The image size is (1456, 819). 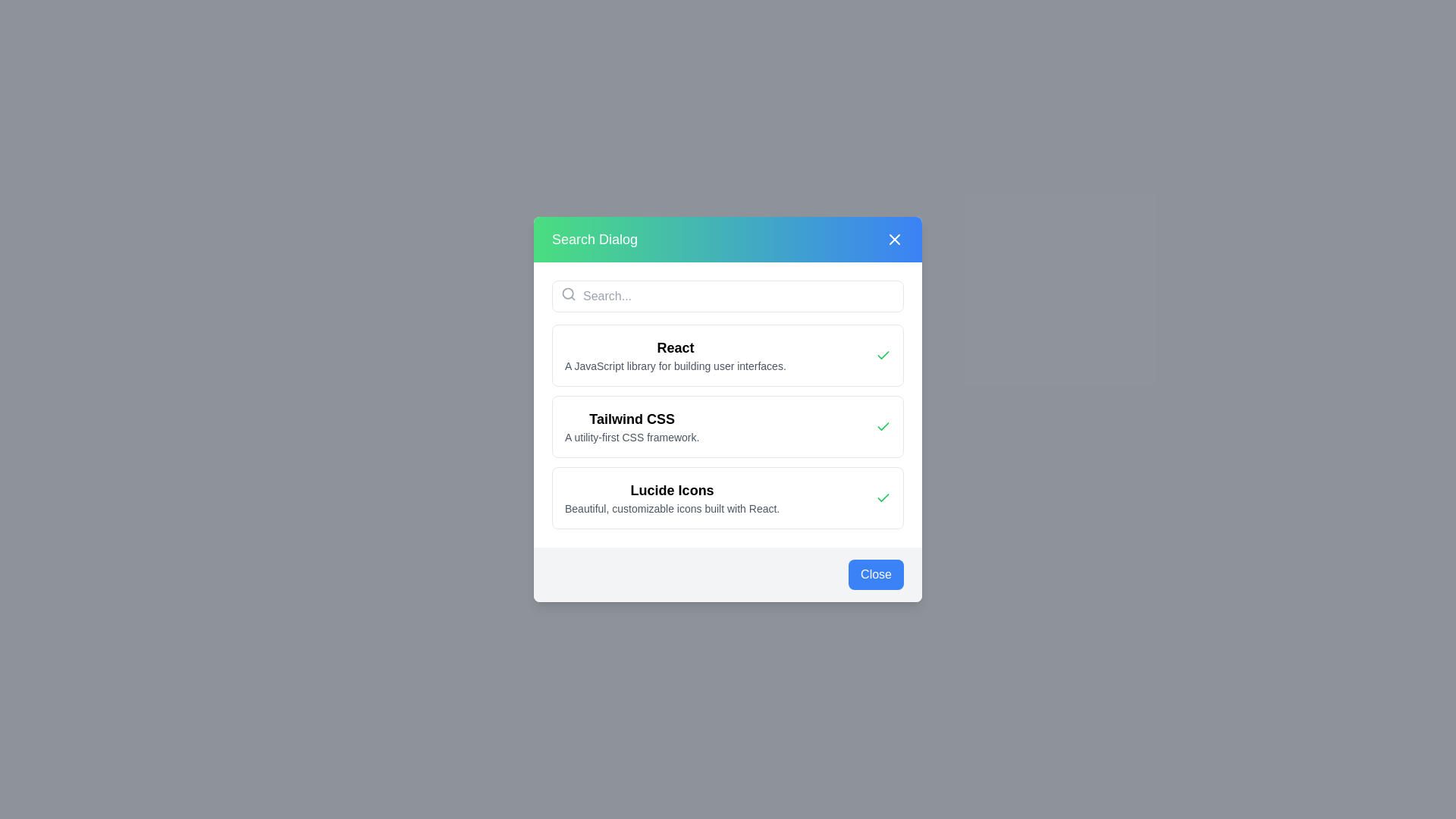 I want to click on text description displayed in the text field that shows 'Lucide Icons' and 'Beautiful, customizable icons built with React.', so click(x=671, y=497).